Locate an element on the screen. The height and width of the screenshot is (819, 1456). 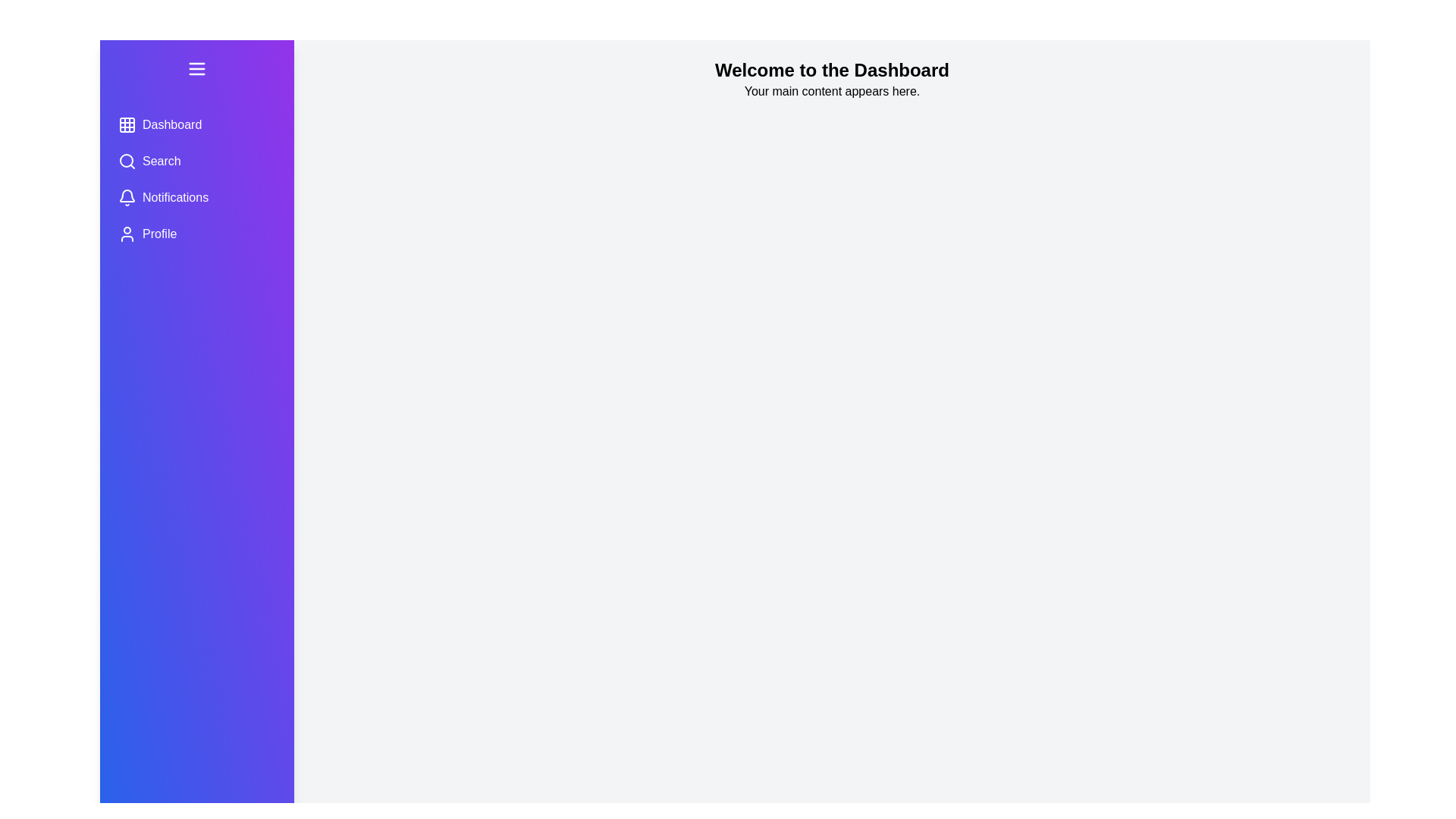
the 'Dashboard' list item in the sidebar to navigate to the Dashboard section is located at coordinates (196, 124).